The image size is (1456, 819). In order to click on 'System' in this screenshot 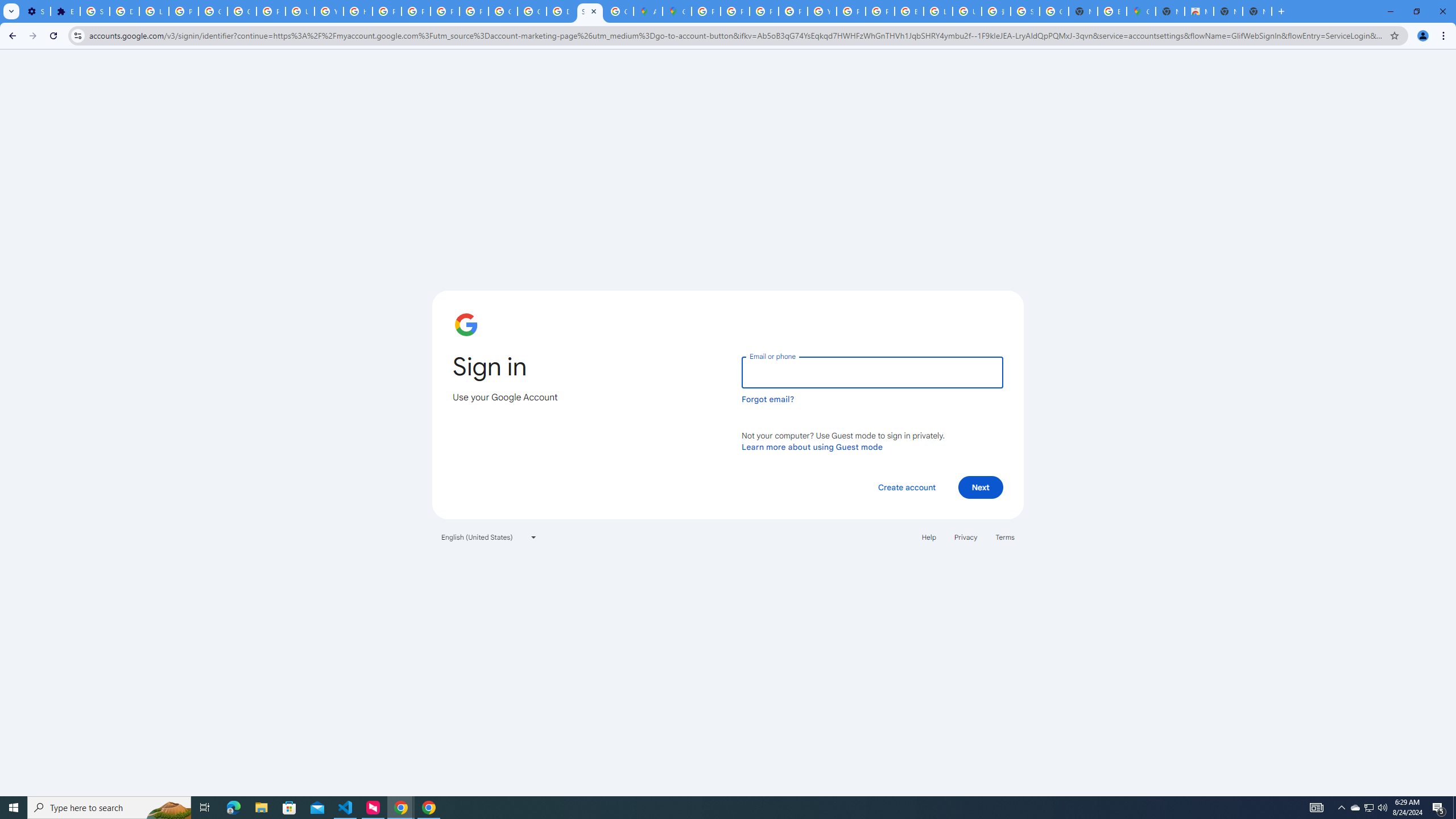, I will do `click(6, 5)`.